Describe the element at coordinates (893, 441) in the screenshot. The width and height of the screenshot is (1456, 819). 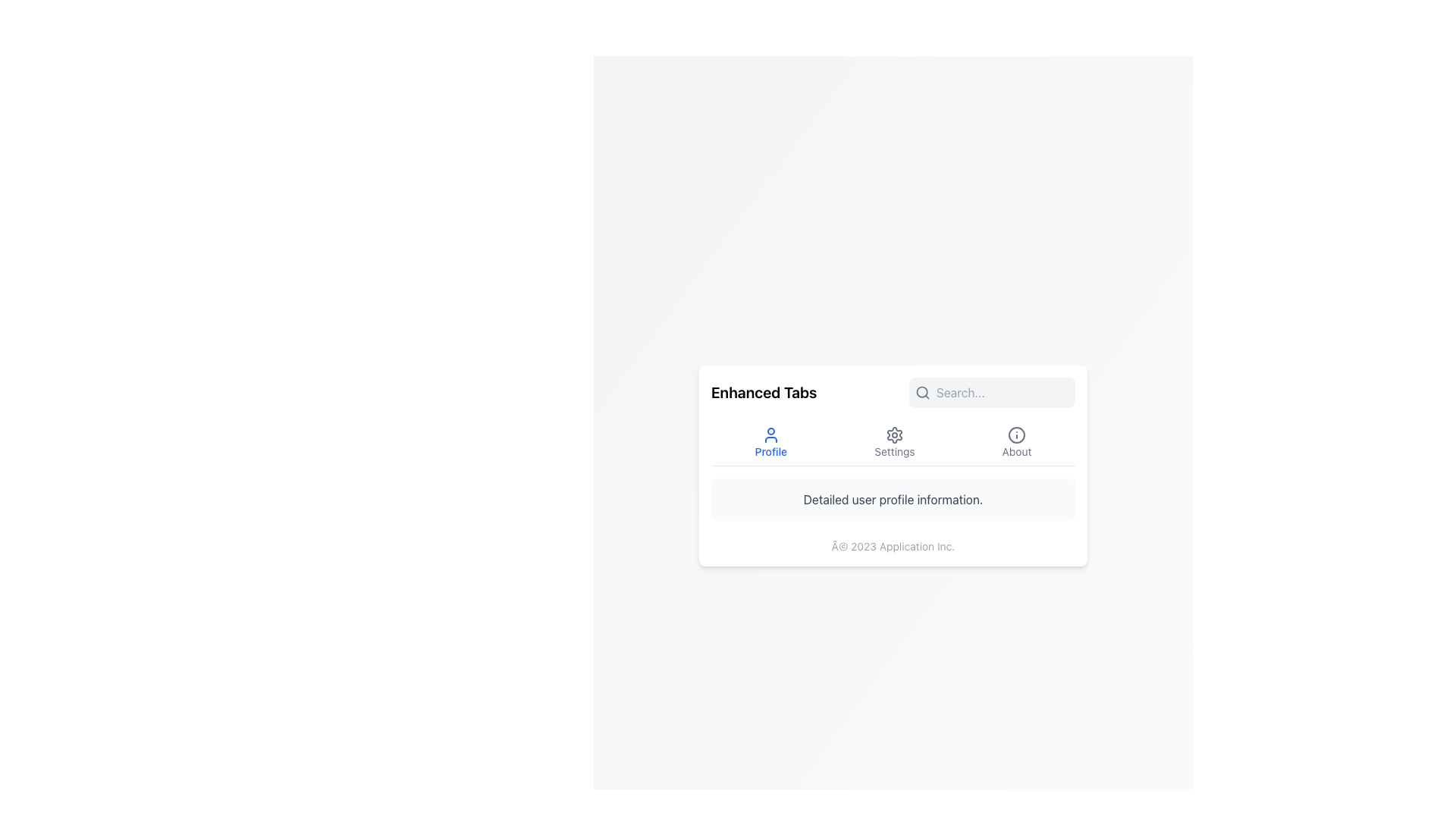
I see `the 'Settings' navigation button located in the central area of the interface` at that location.